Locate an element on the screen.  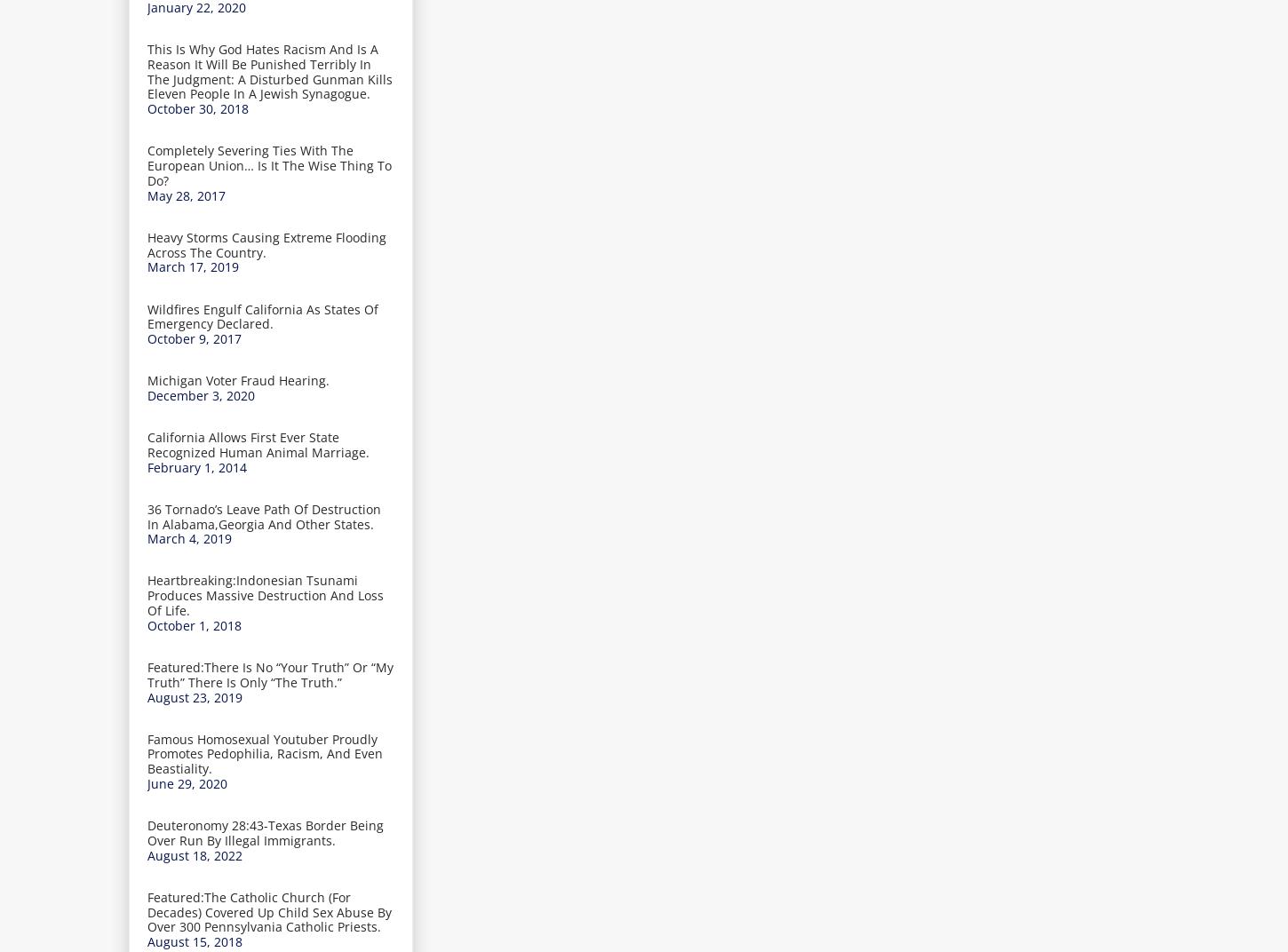
'California Allows First Ever State Recognized Human Animal Marriage.' is located at coordinates (258, 444).